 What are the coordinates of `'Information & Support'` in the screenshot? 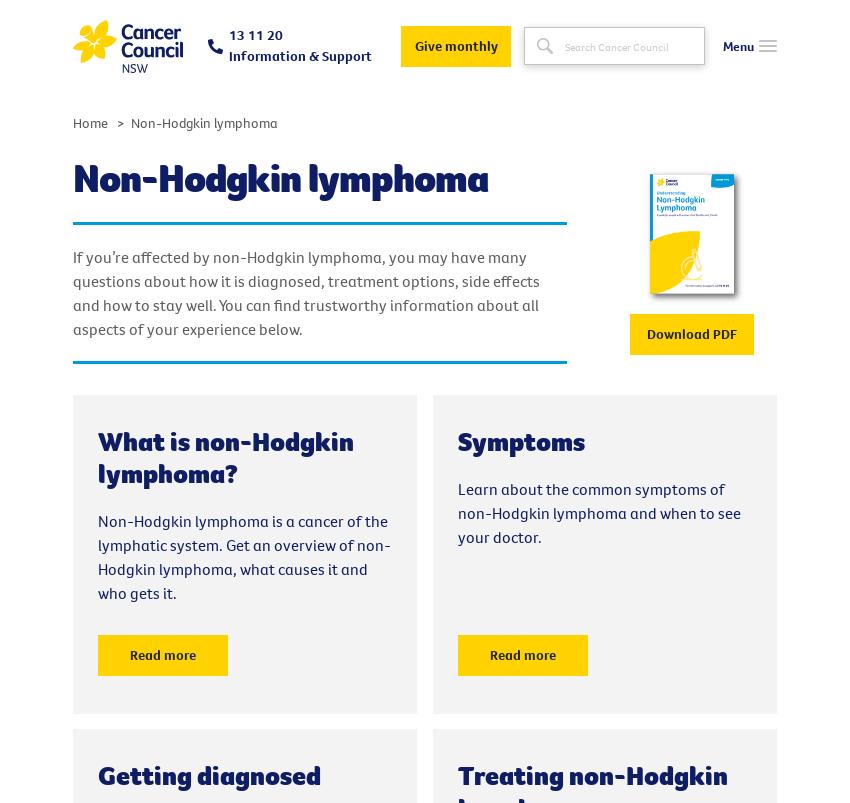 It's located at (300, 54).